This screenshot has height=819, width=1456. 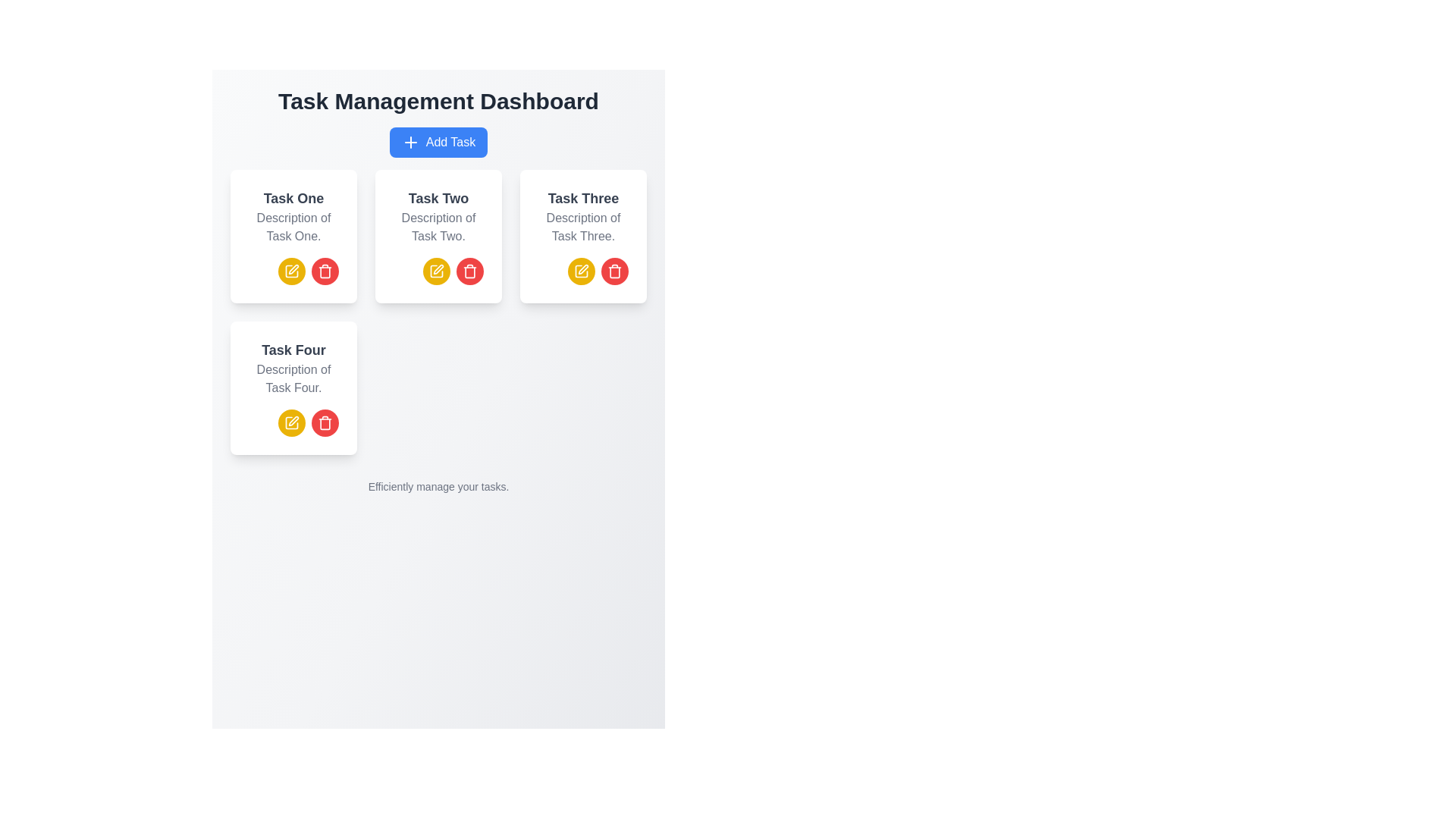 What do you see at coordinates (293, 198) in the screenshot?
I see `title of the text label displaying 'Task One', which is a bold, dark gray text located at the top of the first card in a grid layout` at bounding box center [293, 198].